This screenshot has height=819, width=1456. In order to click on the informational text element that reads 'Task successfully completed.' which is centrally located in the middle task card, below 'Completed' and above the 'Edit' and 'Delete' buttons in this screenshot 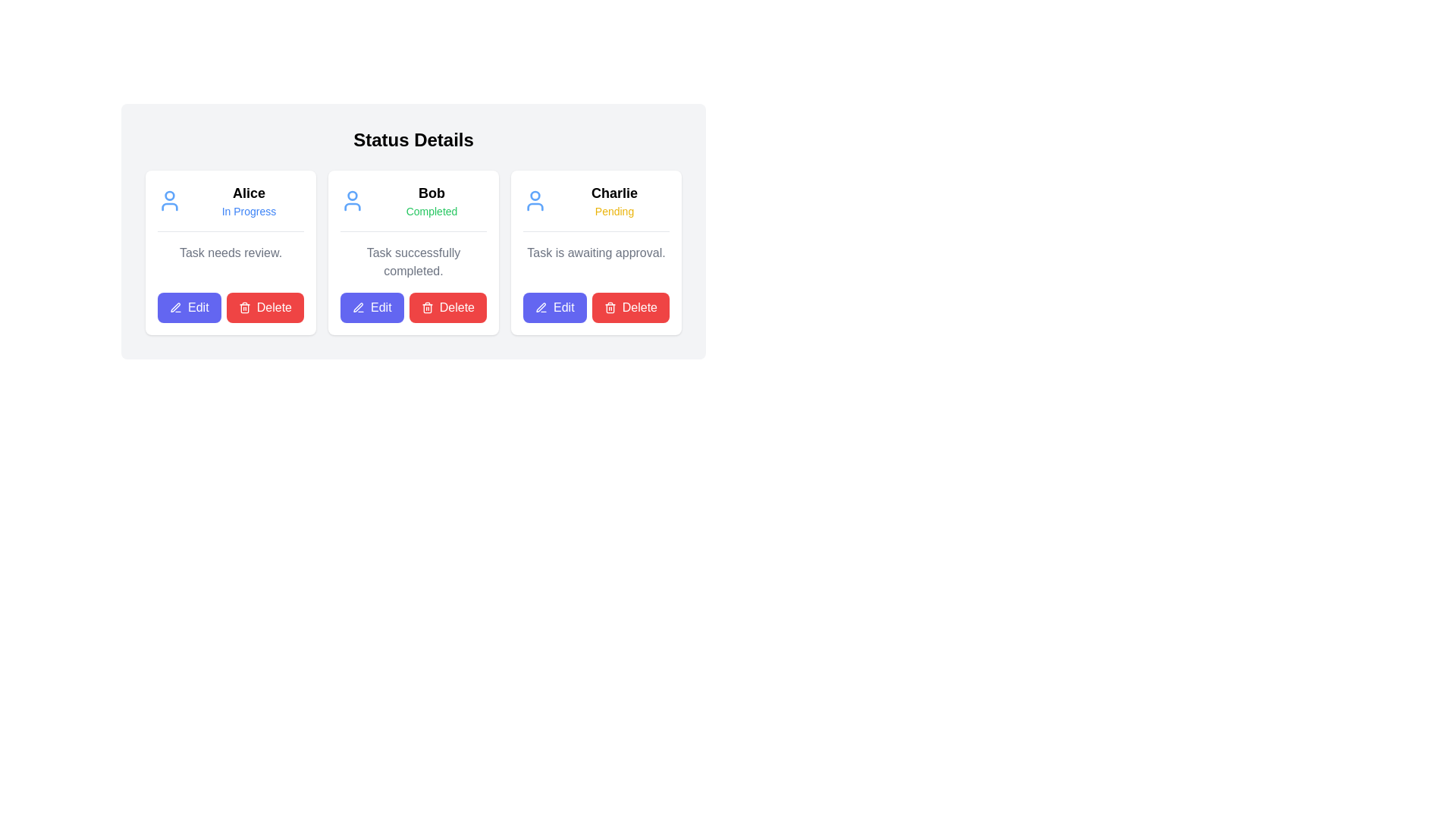, I will do `click(413, 262)`.